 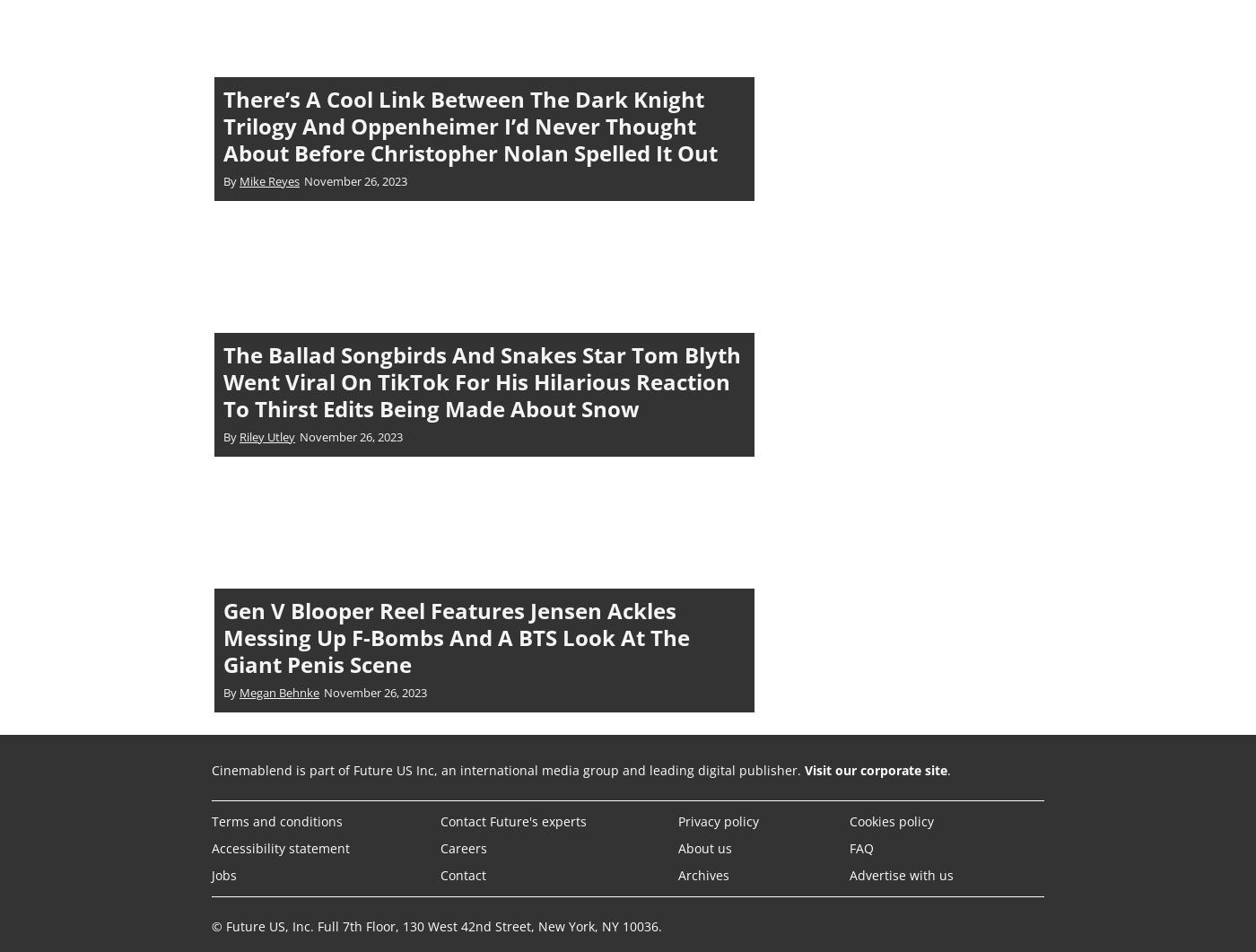 I want to click on 'Advertise with us', so click(x=848, y=873).